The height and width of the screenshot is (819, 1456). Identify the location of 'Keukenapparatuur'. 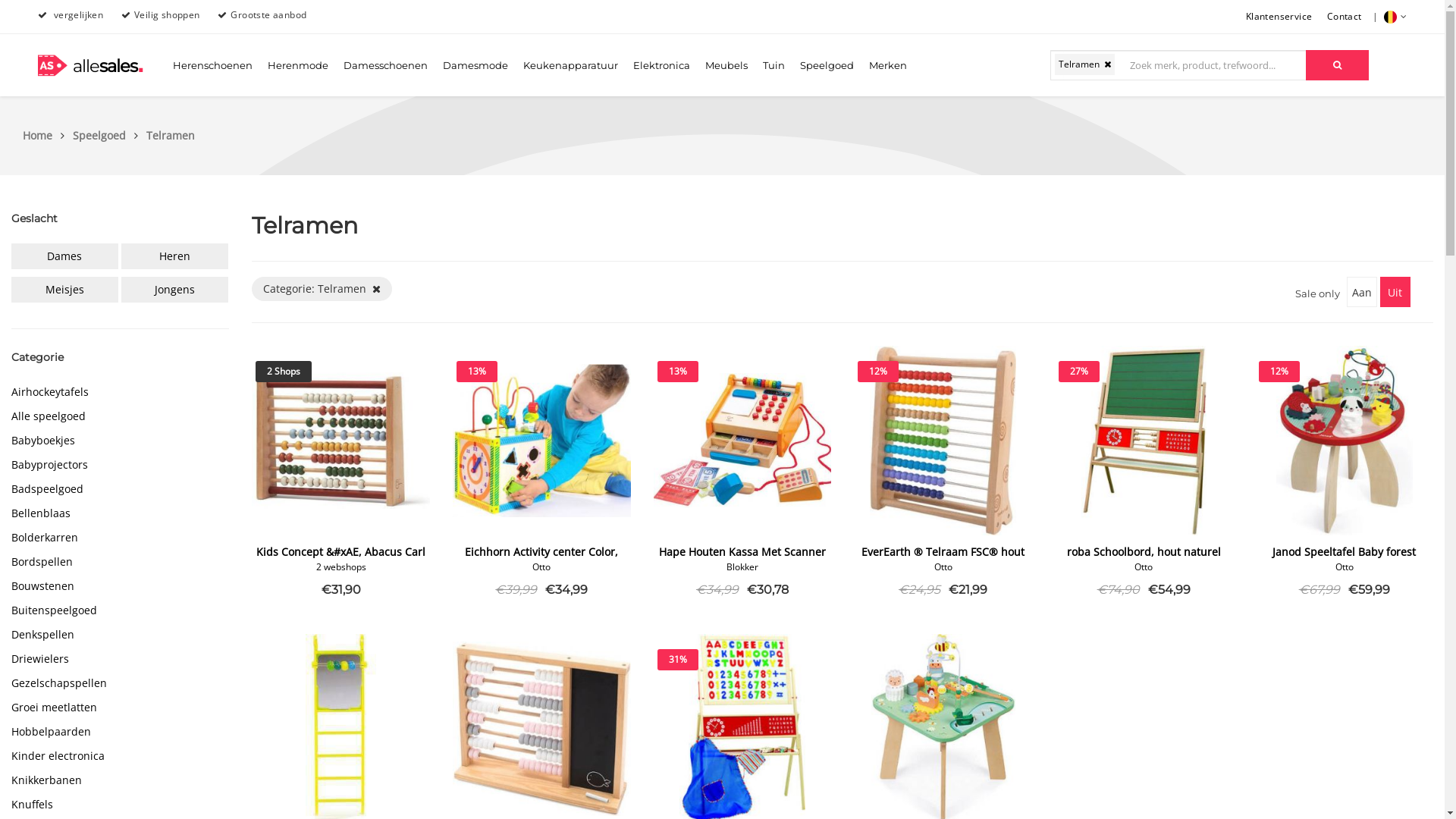
(516, 64).